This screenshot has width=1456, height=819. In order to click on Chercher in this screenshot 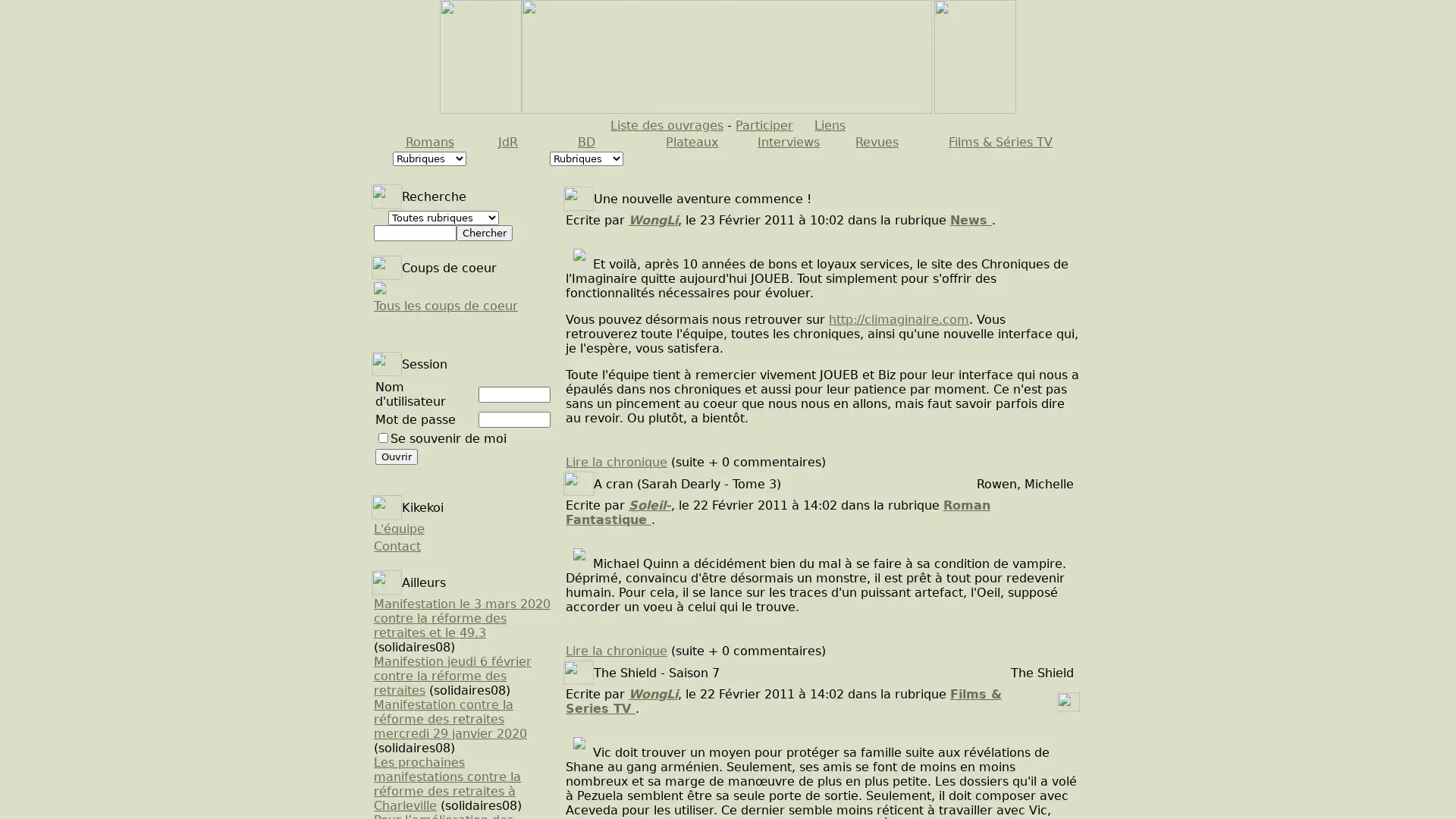, I will do `click(483, 233)`.